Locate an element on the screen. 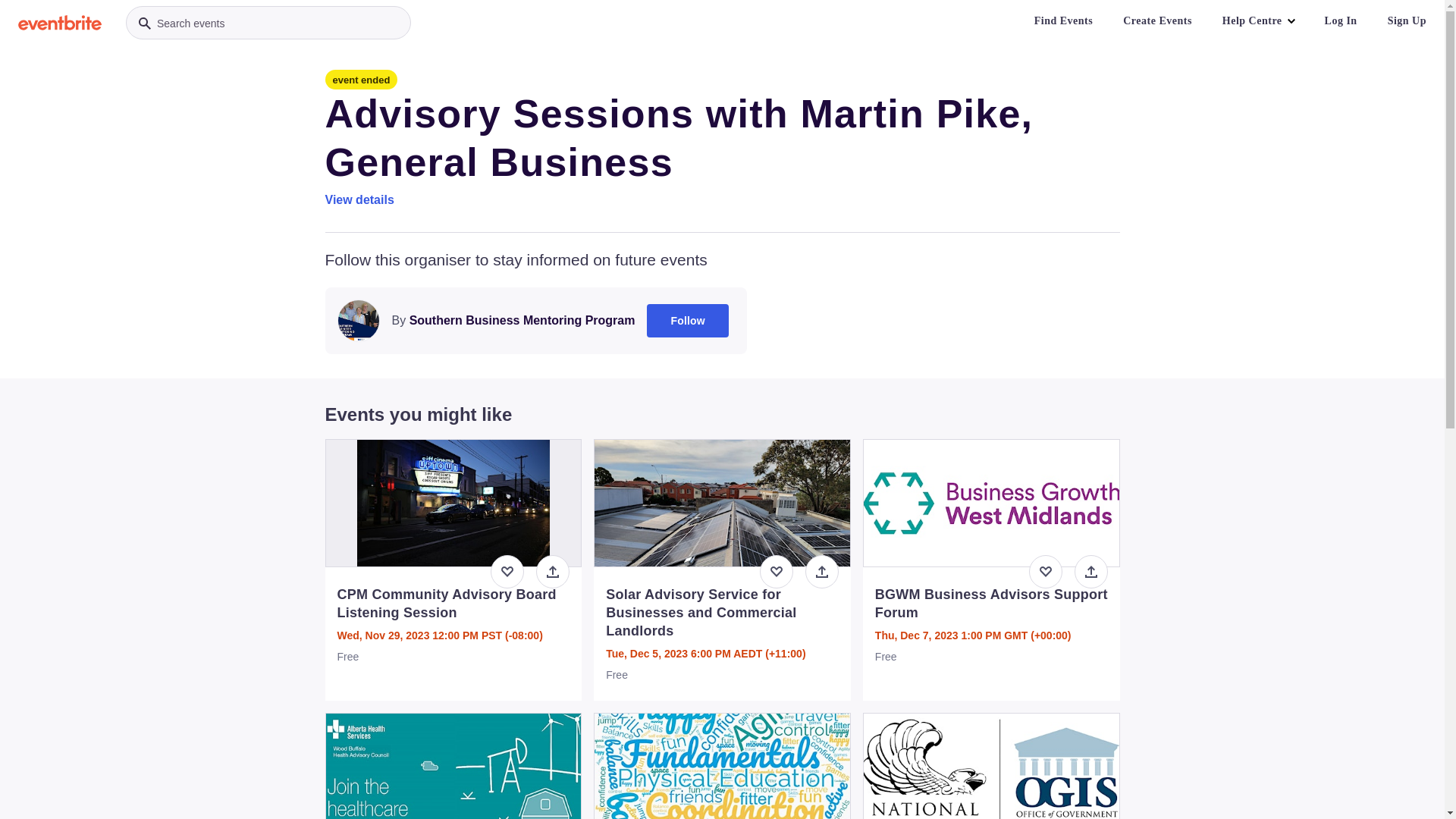 The height and width of the screenshot is (819, 1456). 'Sign Up' is located at coordinates (1376, 20).